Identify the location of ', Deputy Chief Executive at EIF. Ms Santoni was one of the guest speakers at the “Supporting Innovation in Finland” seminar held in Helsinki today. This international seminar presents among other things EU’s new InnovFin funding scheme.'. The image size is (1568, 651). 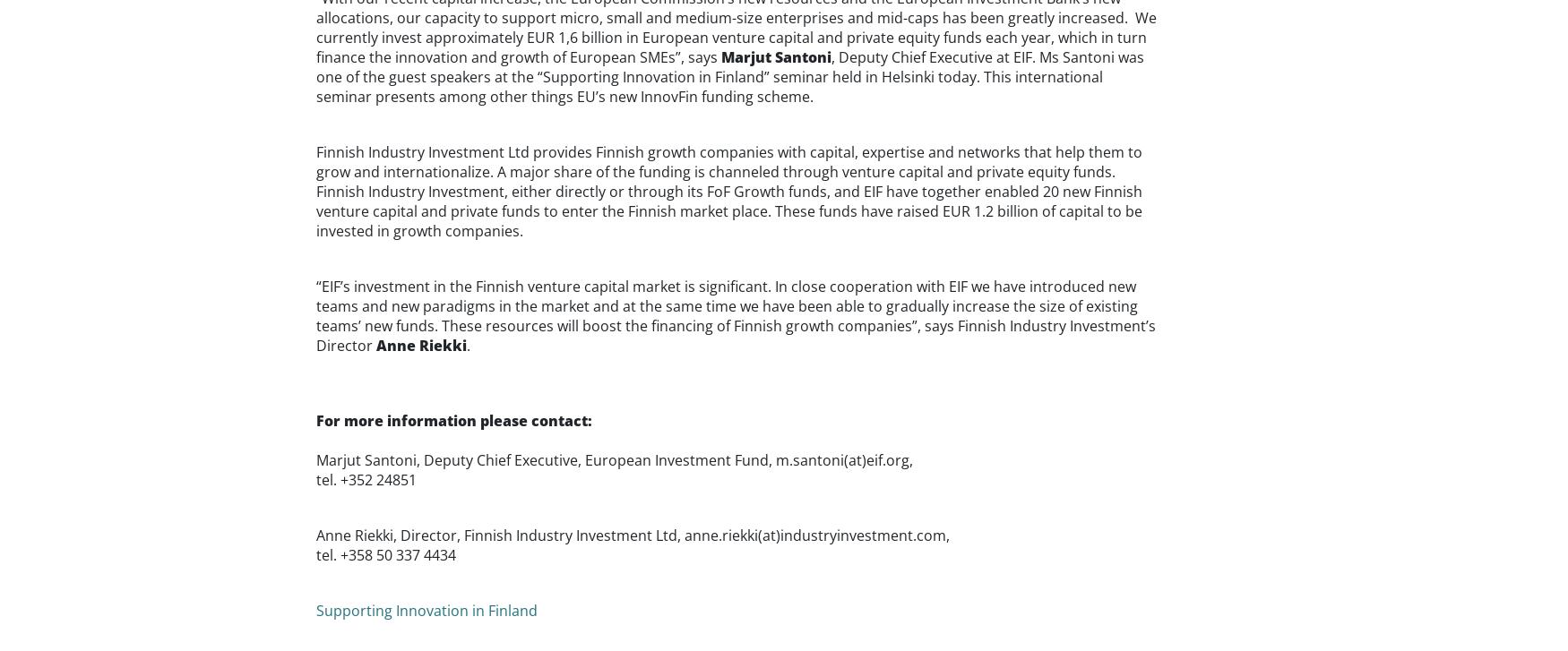
(728, 77).